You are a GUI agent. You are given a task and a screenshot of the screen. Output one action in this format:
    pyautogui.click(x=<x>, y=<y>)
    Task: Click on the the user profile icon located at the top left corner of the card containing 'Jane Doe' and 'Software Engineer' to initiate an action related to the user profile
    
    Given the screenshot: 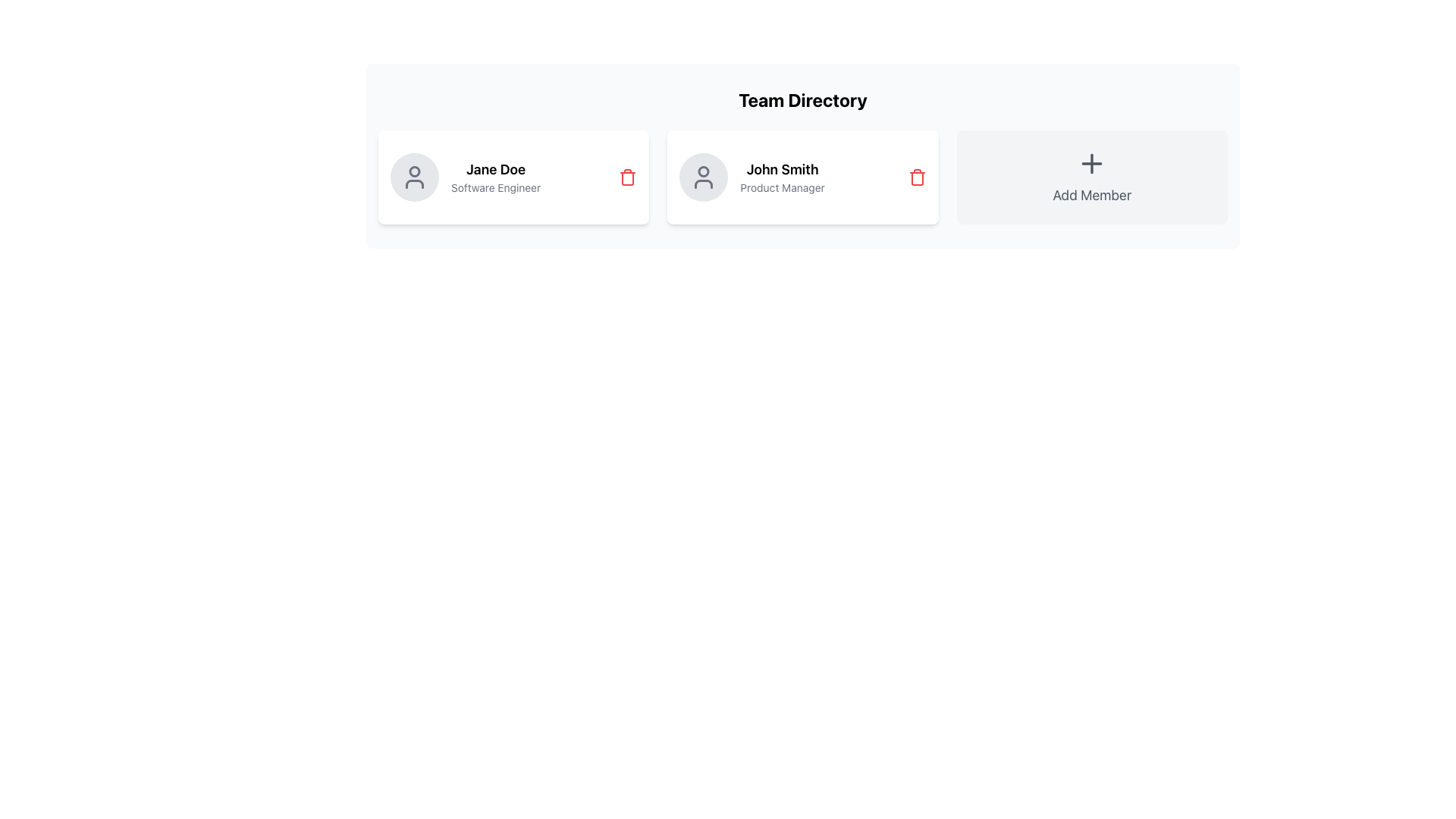 What is the action you would take?
    pyautogui.click(x=415, y=177)
    